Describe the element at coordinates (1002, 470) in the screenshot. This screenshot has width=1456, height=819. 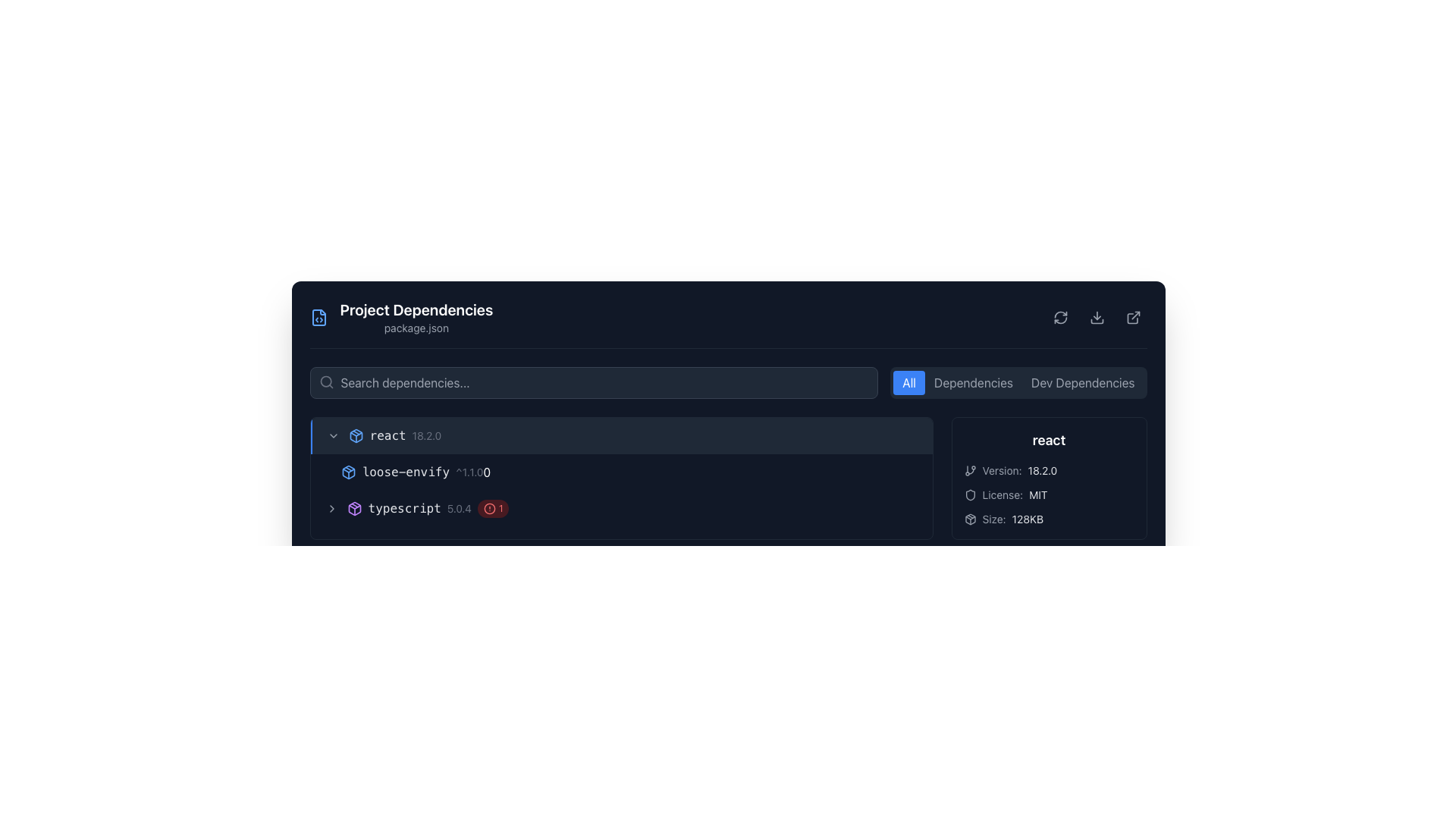
I see `the content of the Text label indicating the version of the listed dependency, positioned to the left of the text '18.2.0' under the 'react' header in the lower-right corner of the interface` at that location.